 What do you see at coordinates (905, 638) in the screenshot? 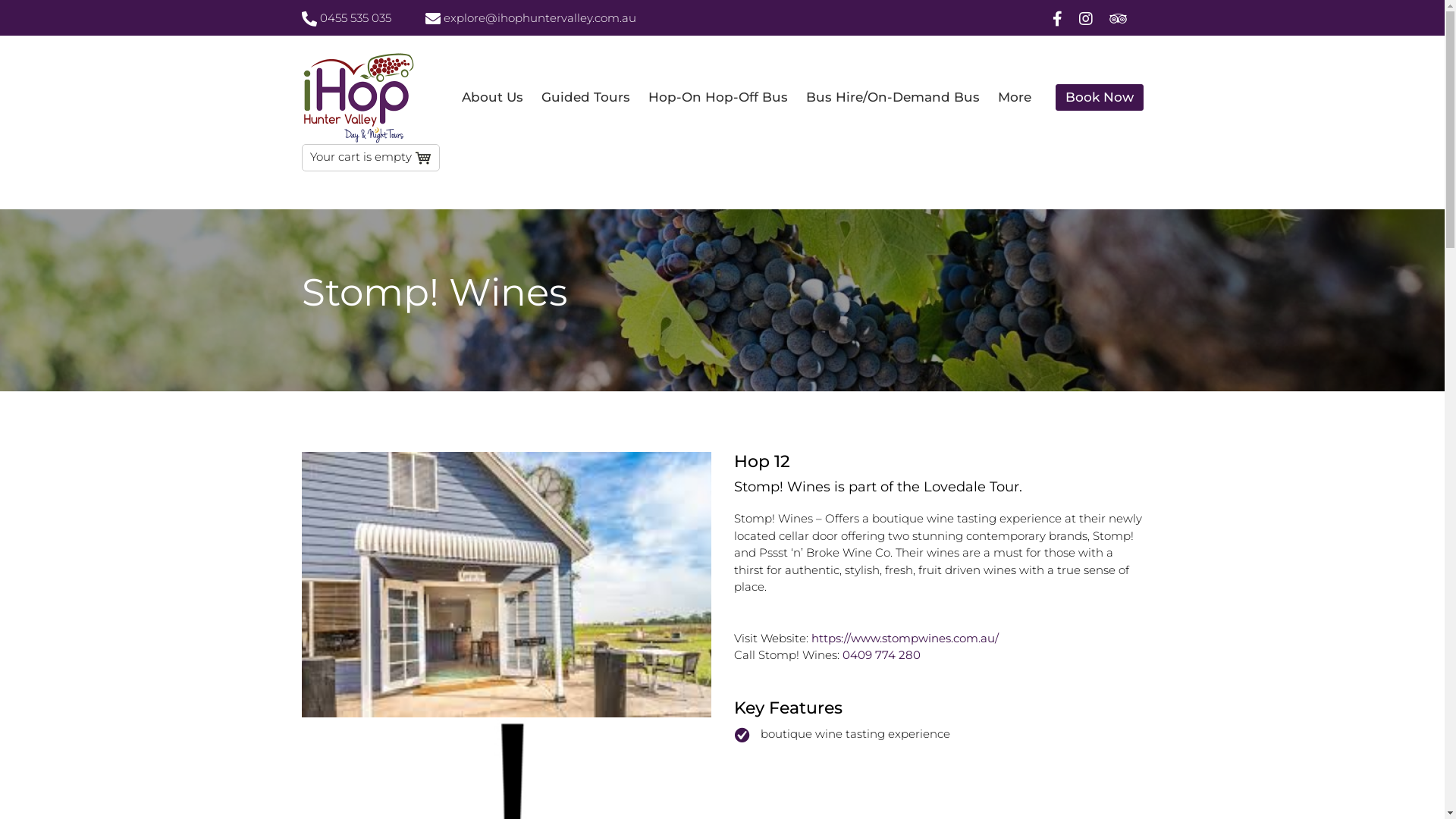
I see `'https://www.stompwines.com.au/'` at bounding box center [905, 638].